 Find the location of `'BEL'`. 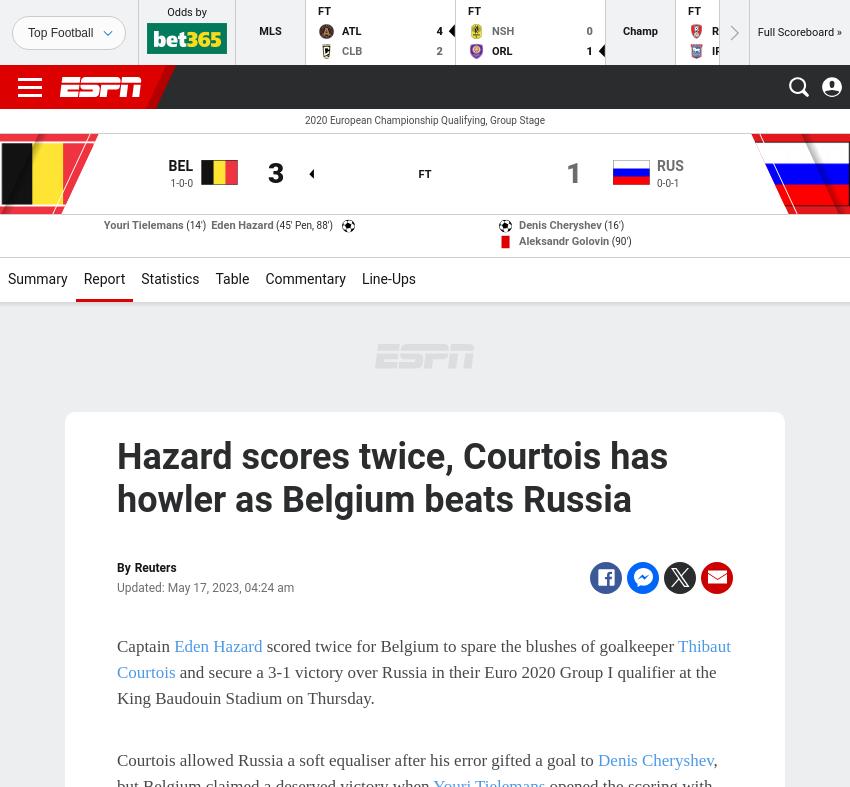

'BEL' is located at coordinates (179, 165).